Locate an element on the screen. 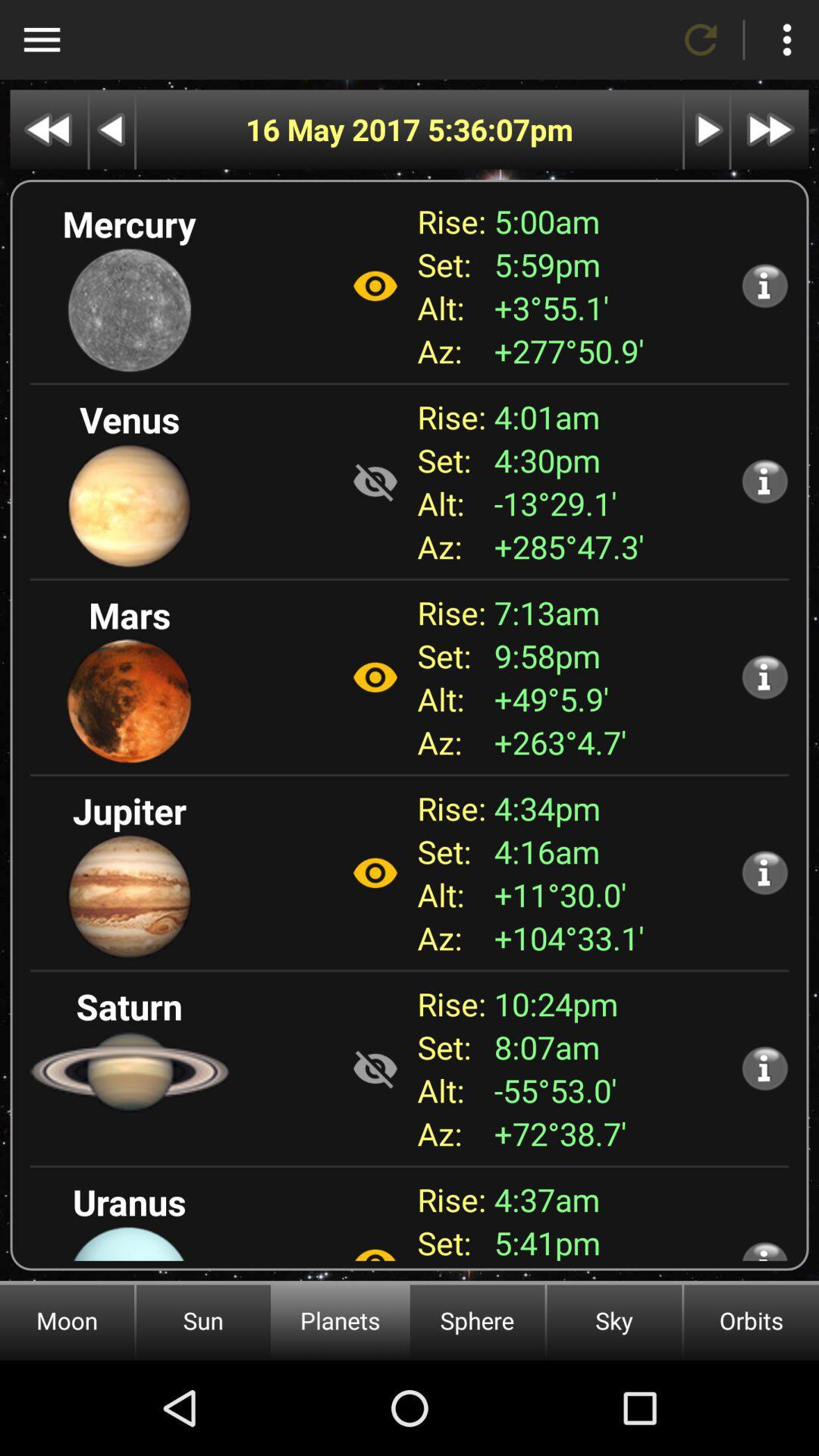 This screenshot has width=819, height=1456. show information is located at coordinates (764, 676).